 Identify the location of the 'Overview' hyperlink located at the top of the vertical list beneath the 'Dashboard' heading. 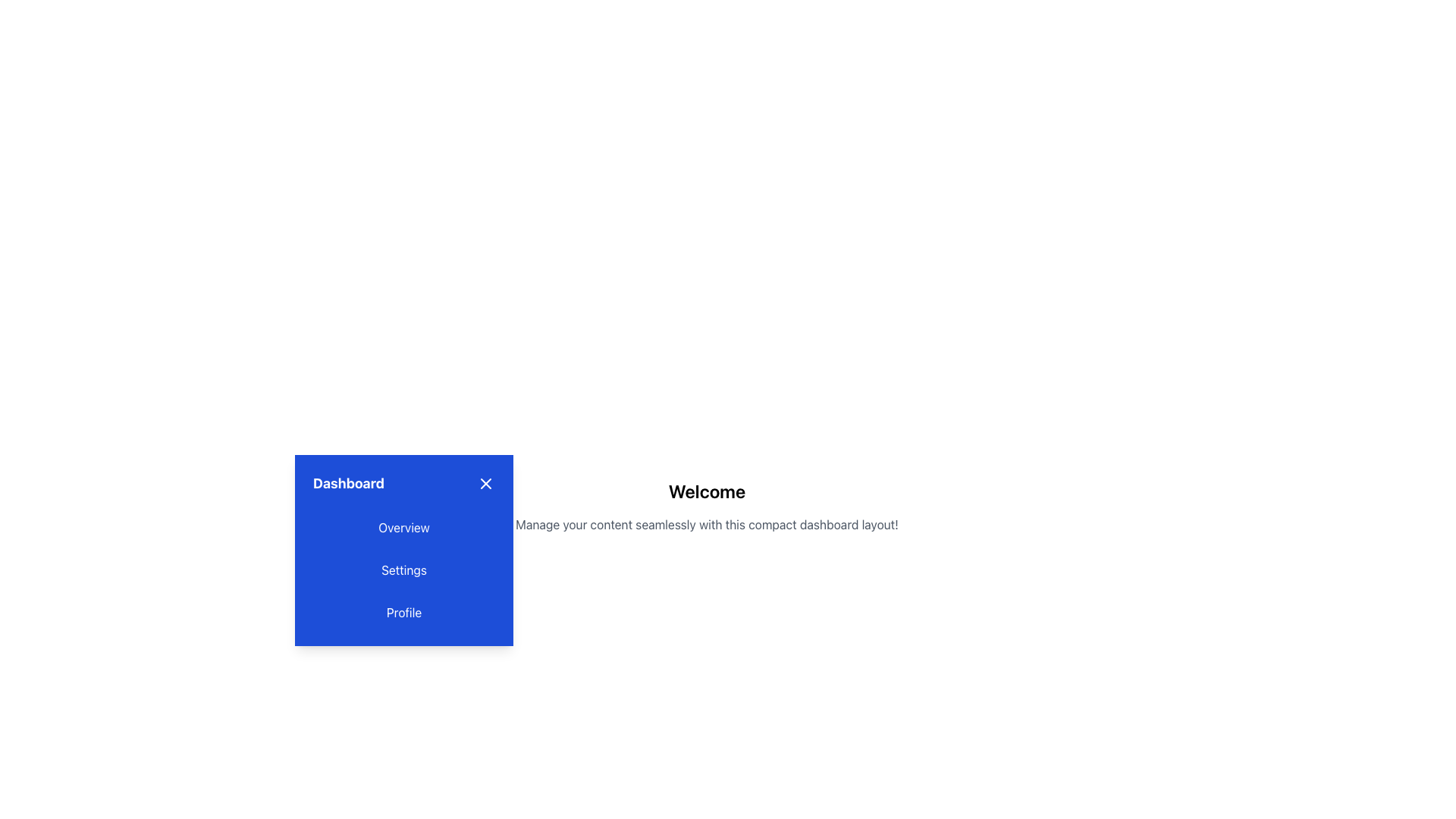
(403, 526).